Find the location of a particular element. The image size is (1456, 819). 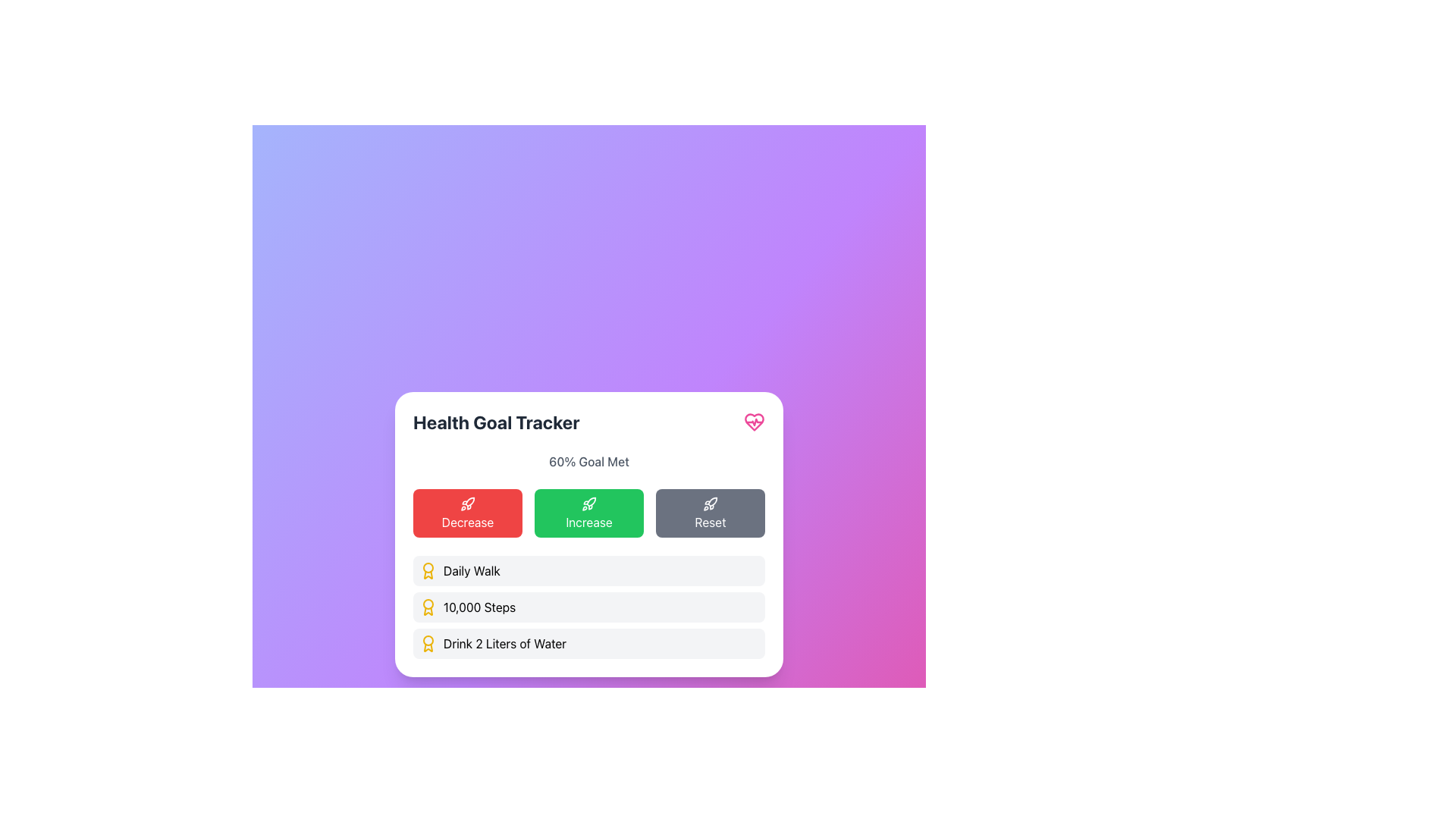

the heart with pulse icon located at the top-right corner of the 'Health Goal Tracker' header is located at coordinates (754, 422).